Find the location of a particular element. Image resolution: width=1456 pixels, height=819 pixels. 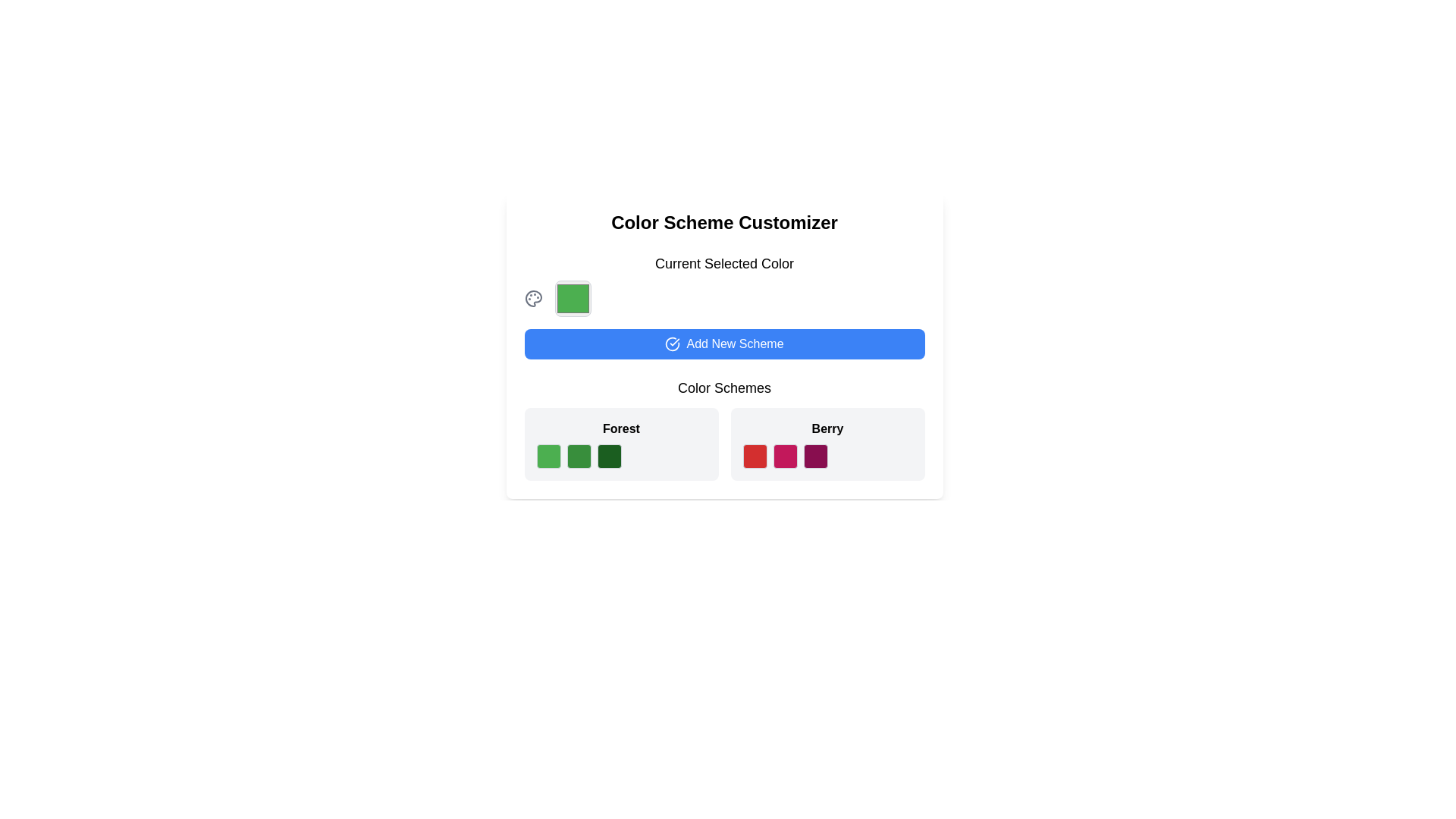

the third selectable color option, which is a small square with rounded corners and a dark green fill color is located at coordinates (609, 455).